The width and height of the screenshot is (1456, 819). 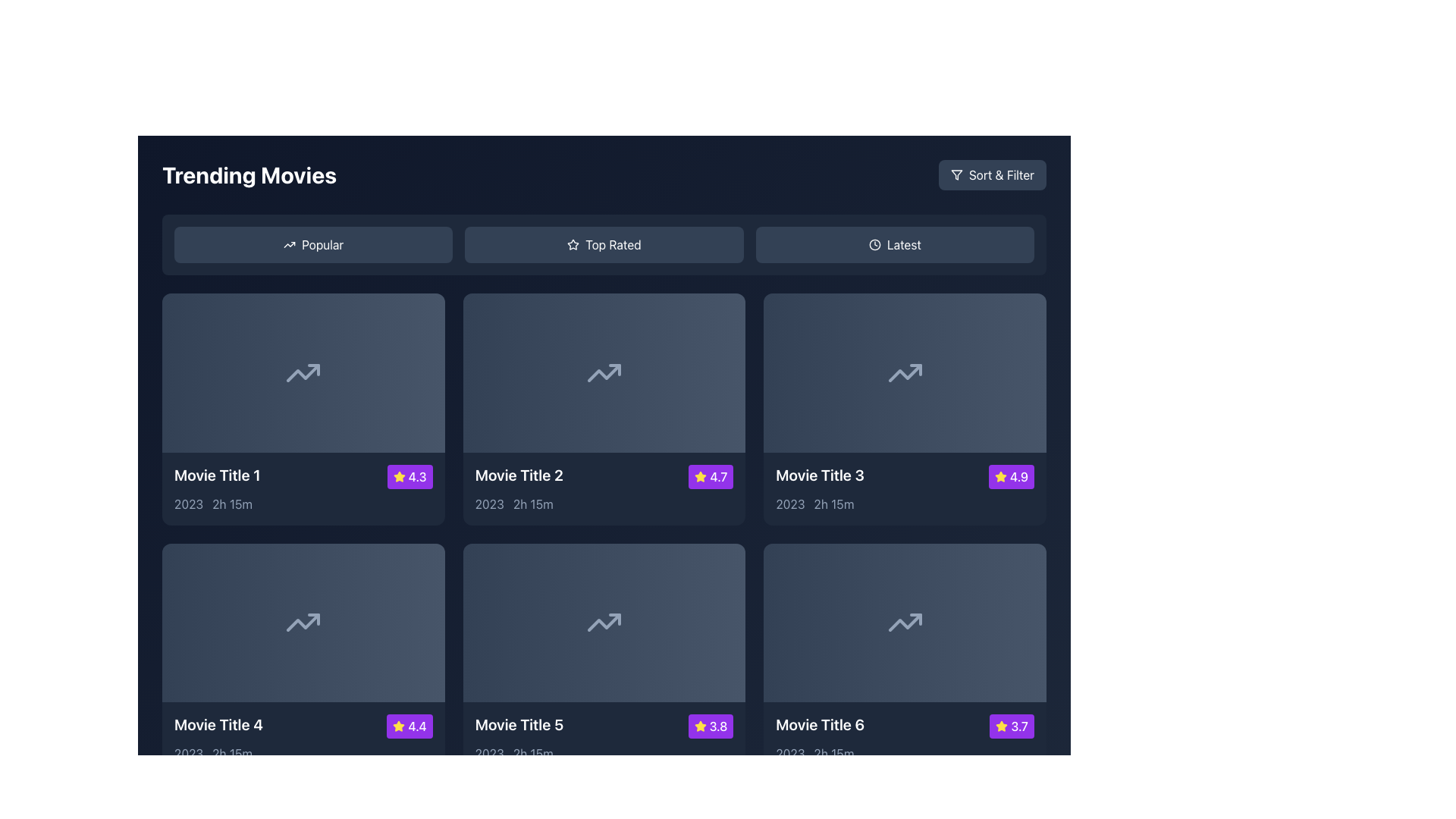 I want to click on the 'Popular' button located in the 'Trending Movies' section, which has a dark slate gray background and a white upward trending arrow icon, to trigger the hover effect, so click(x=312, y=244).